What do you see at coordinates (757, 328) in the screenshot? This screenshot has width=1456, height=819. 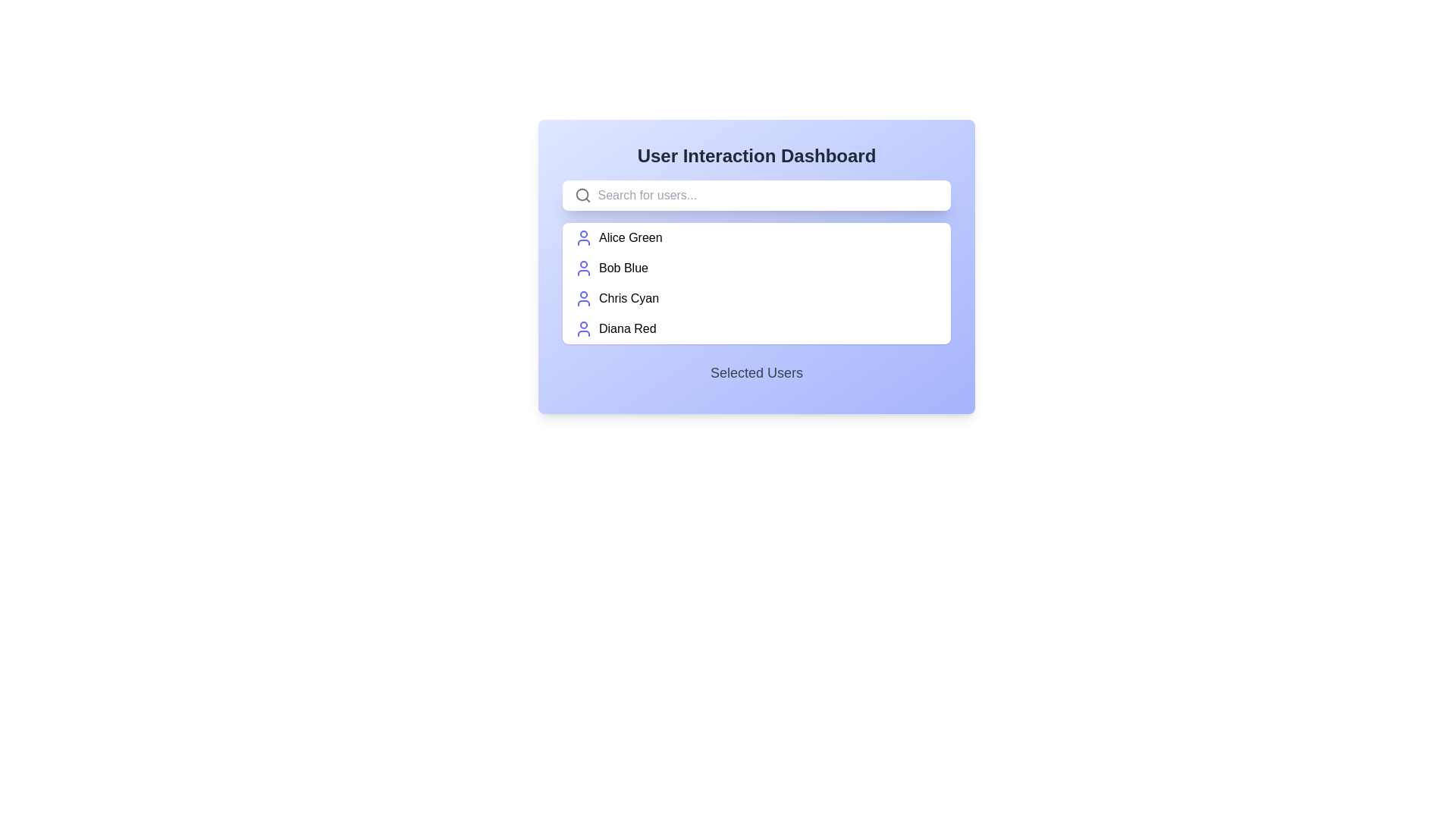 I see `the list item representing the user 'Diana Red'` at bounding box center [757, 328].